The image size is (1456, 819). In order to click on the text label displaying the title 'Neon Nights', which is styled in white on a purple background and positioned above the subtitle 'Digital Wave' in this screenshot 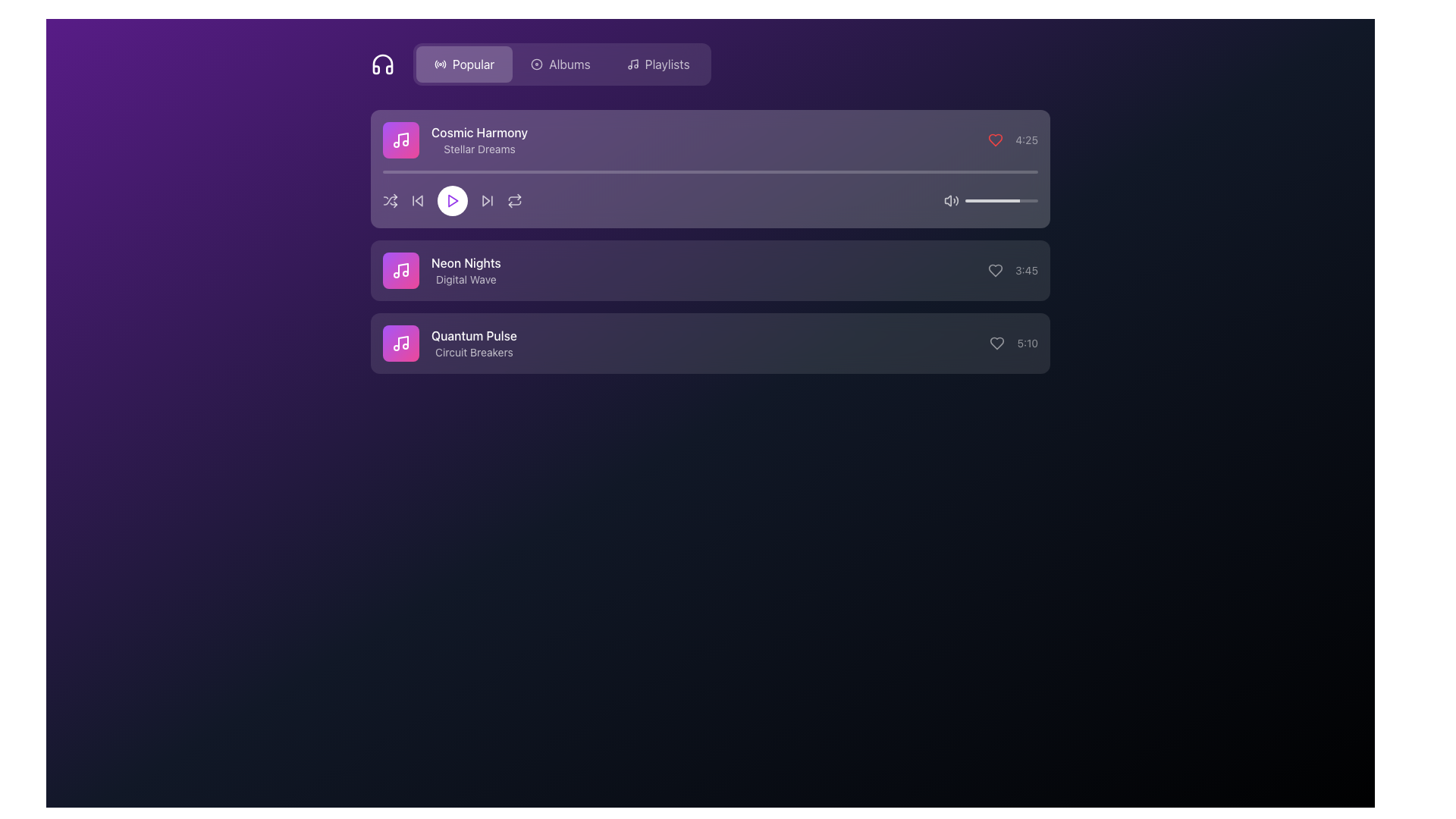, I will do `click(465, 262)`.